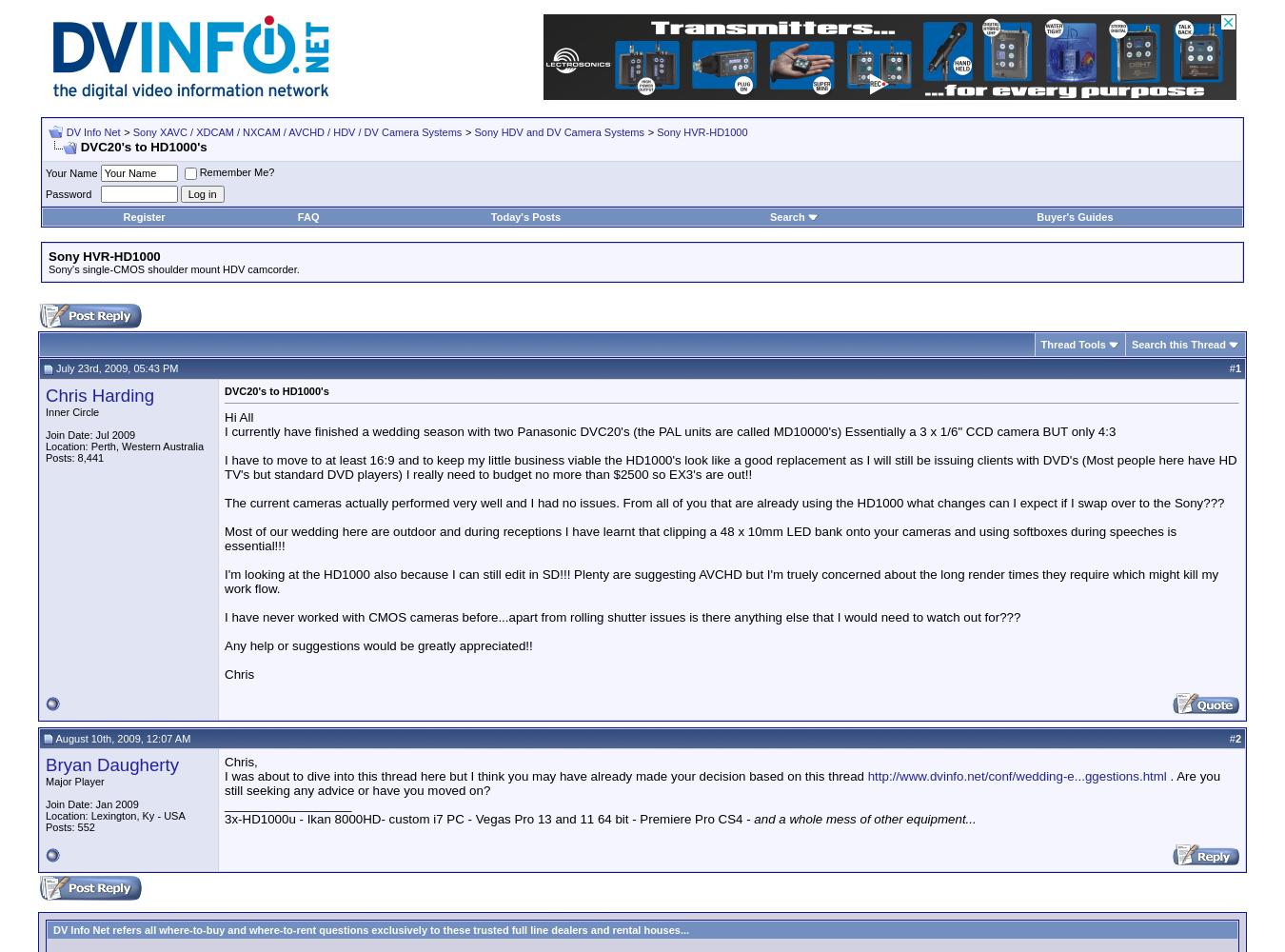  What do you see at coordinates (863, 818) in the screenshot?
I see `'and a whole mess of other equipment...'` at bounding box center [863, 818].